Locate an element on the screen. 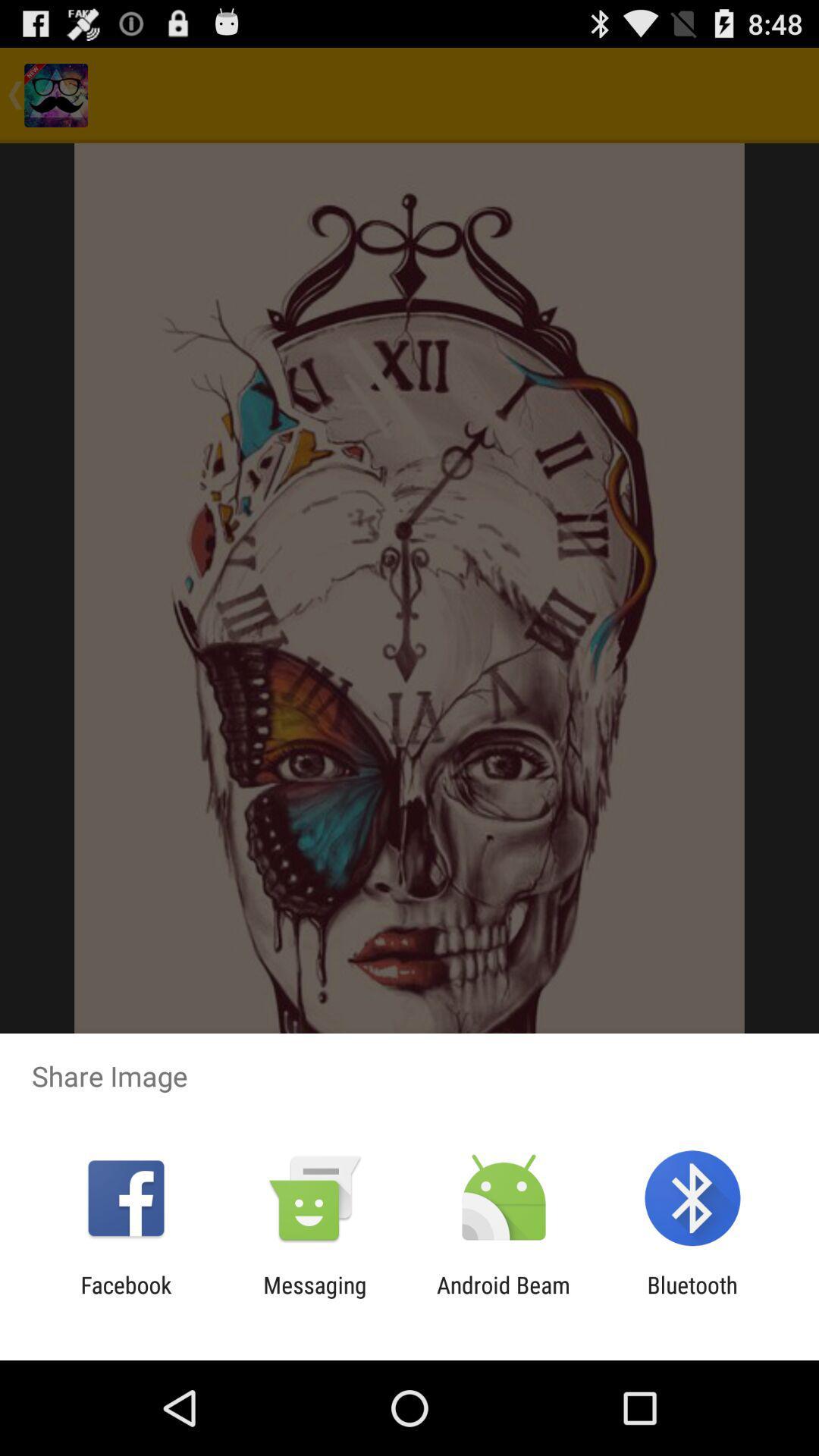  the item to the left of messaging icon is located at coordinates (125, 1298).